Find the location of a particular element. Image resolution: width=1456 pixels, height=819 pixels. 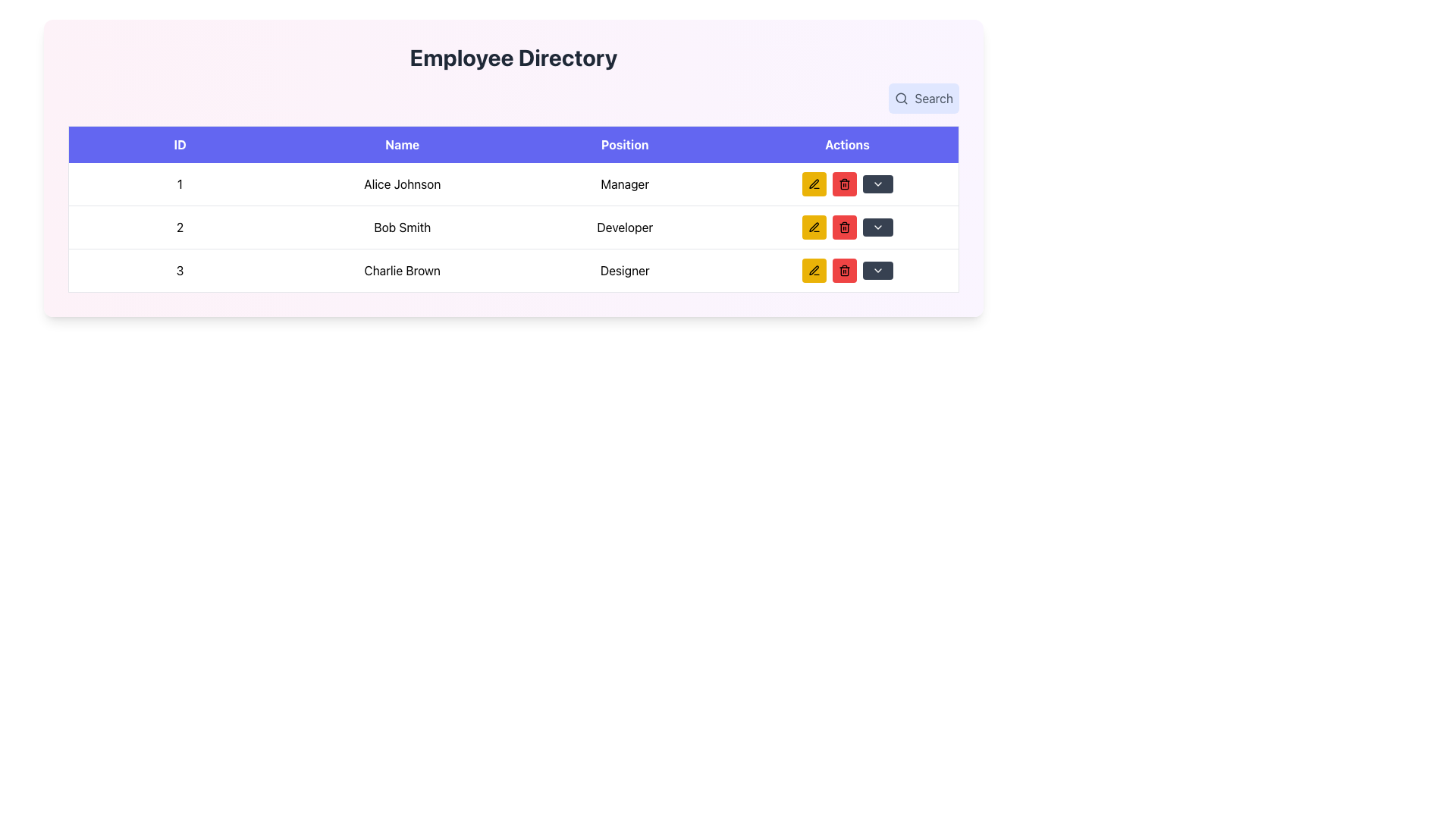

text label displaying 'Developer' located in the 'Position' column of the second row in the tabular layout, aligned with 'Bob Smith' in the 'Name' column is located at coordinates (625, 227).